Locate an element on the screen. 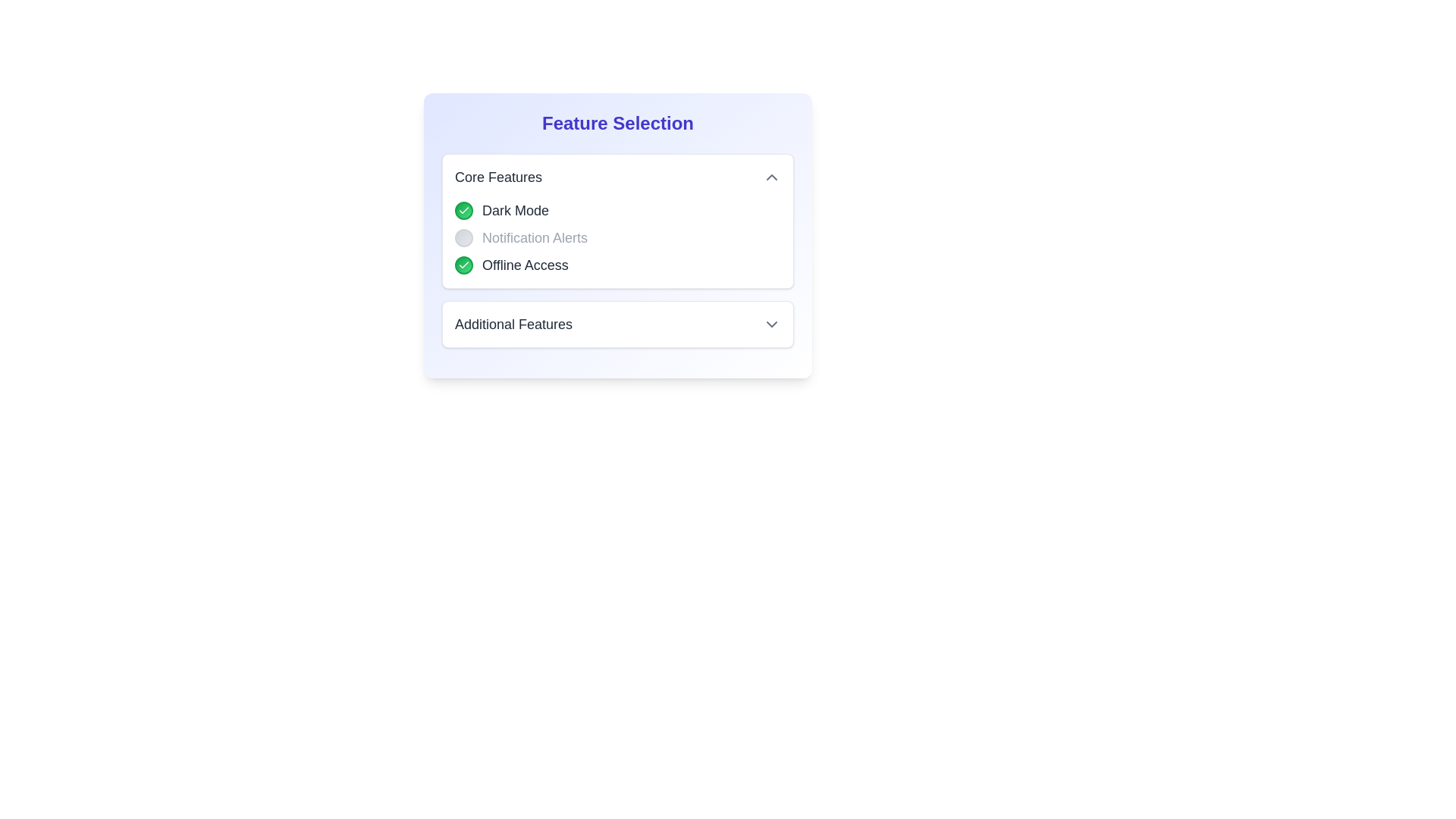 The image size is (1456, 819). the circular green indicator with a checkmark symbol located to the left of the 'Offline Access' label in the 'Core Features' section, which is the third feature indicator in the list is located at coordinates (463, 265).